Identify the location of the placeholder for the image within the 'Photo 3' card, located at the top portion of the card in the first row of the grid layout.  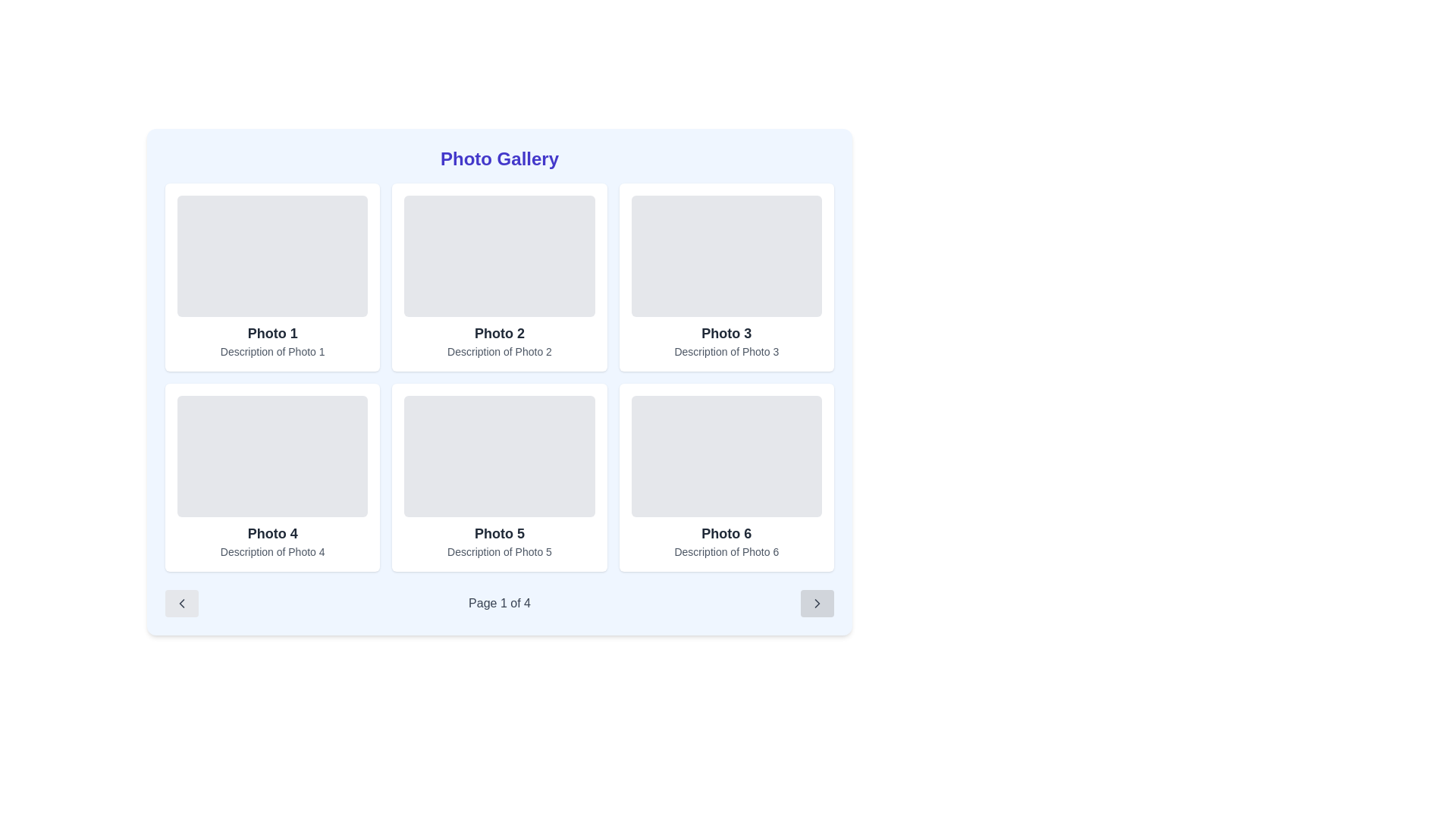
(726, 256).